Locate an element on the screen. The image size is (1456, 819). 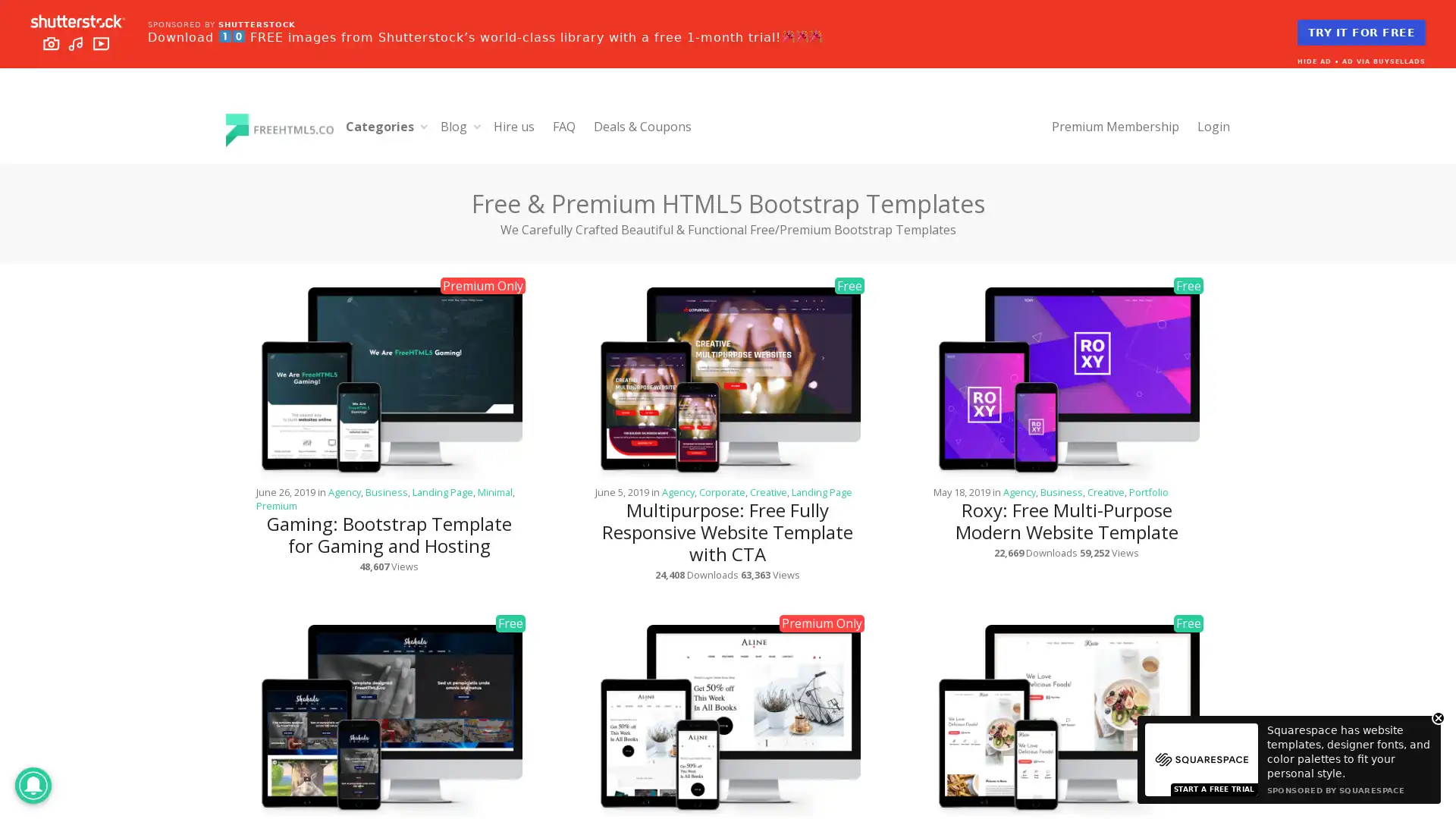
Expand child menu is located at coordinates (424, 125).